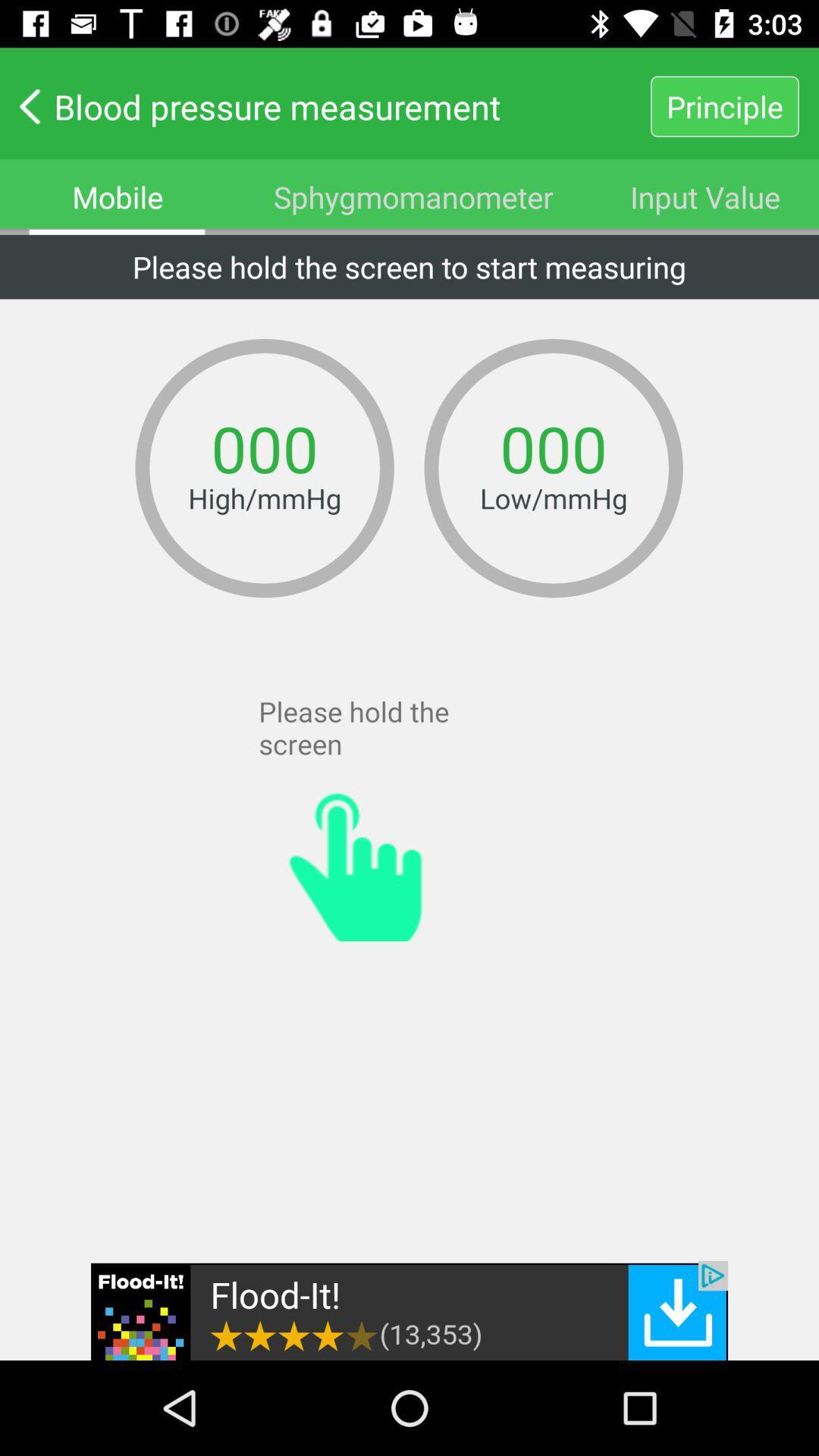  What do you see at coordinates (409, 1310) in the screenshot?
I see `open advertisement` at bounding box center [409, 1310].